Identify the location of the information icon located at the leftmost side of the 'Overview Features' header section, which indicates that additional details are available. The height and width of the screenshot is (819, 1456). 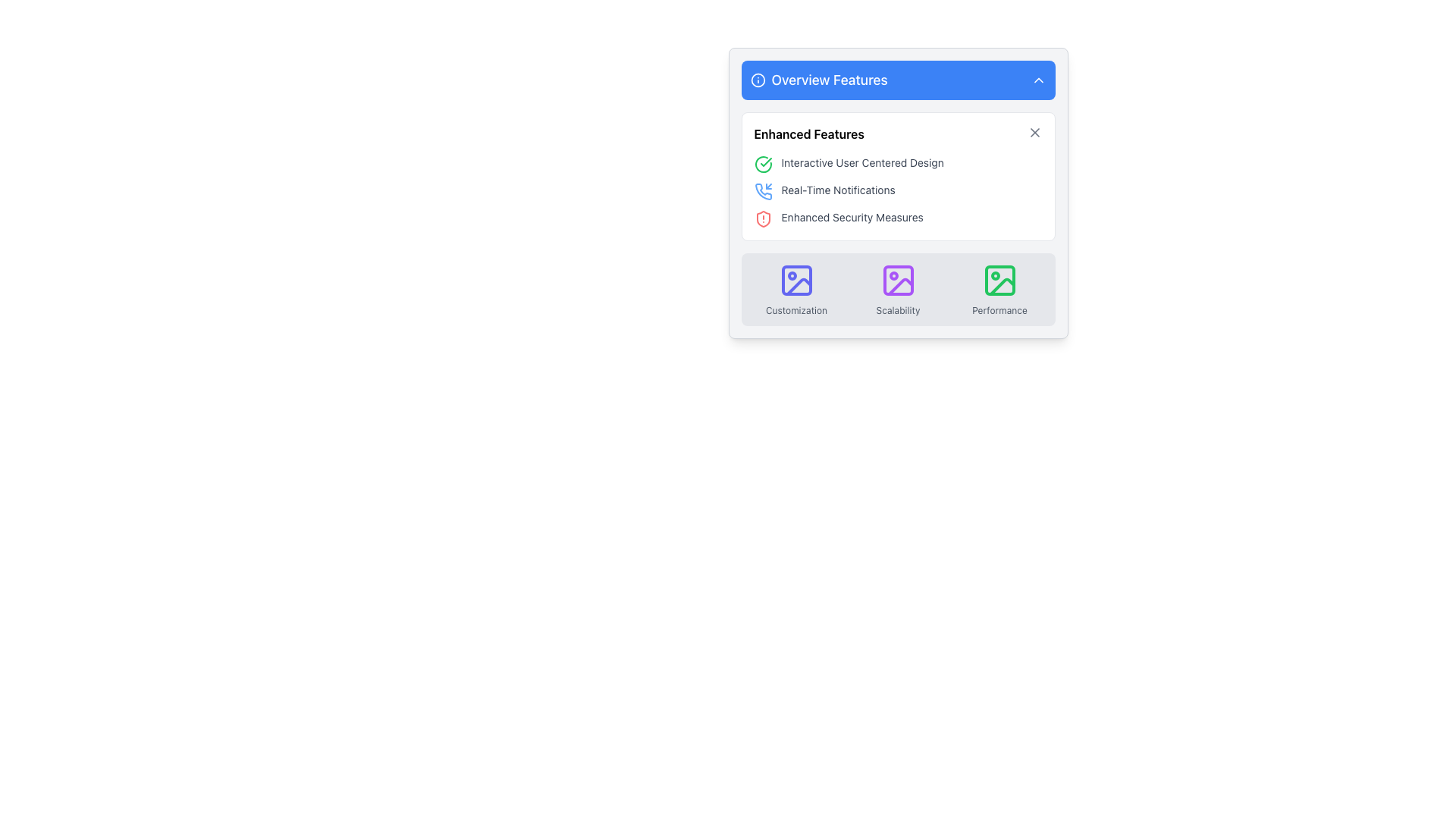
(758, 80).